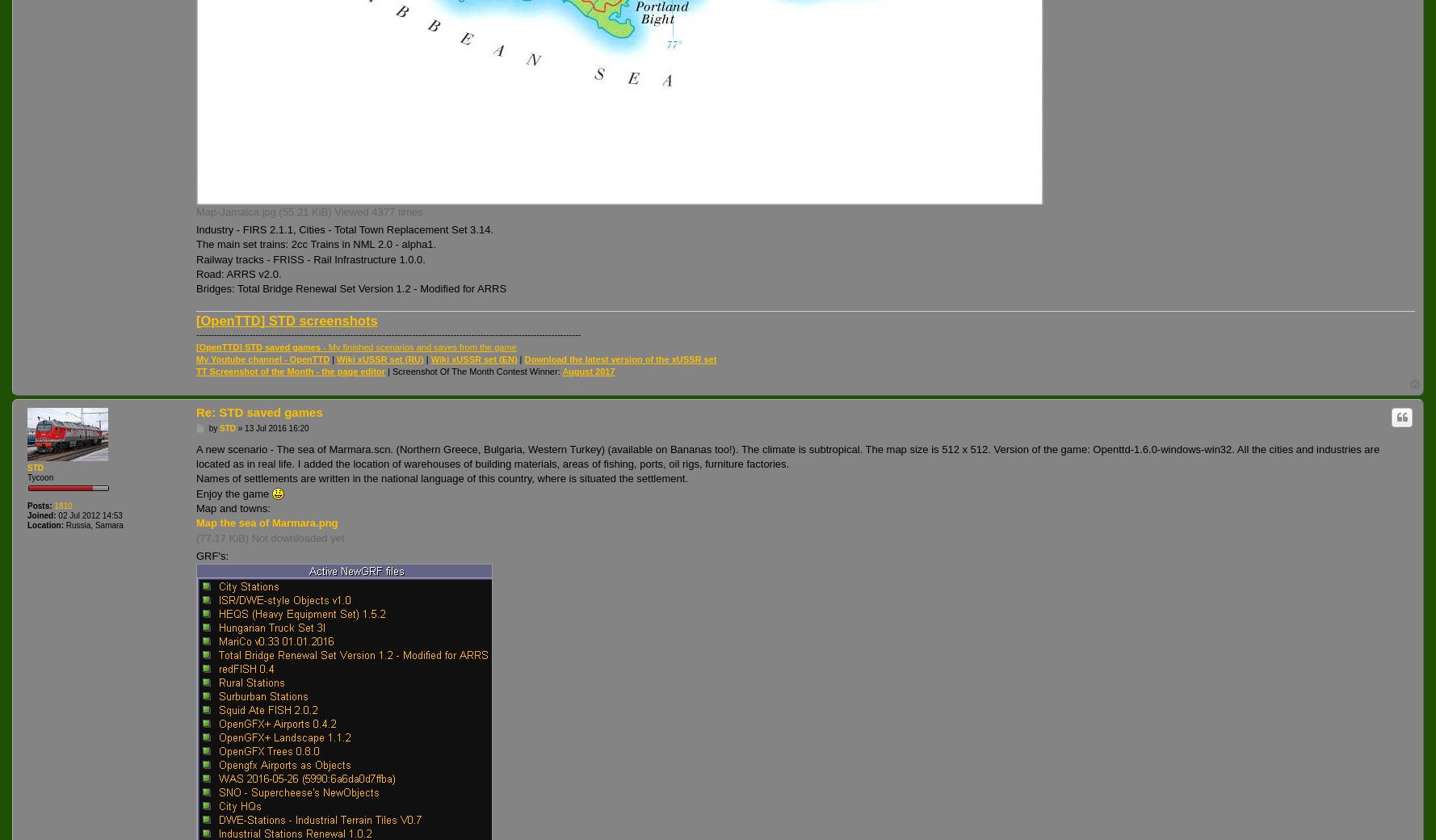  What do you see at coordinates (92, 523) in the screenshot?
I see `'Russia, Samara'` at bounding box center [92, 523].